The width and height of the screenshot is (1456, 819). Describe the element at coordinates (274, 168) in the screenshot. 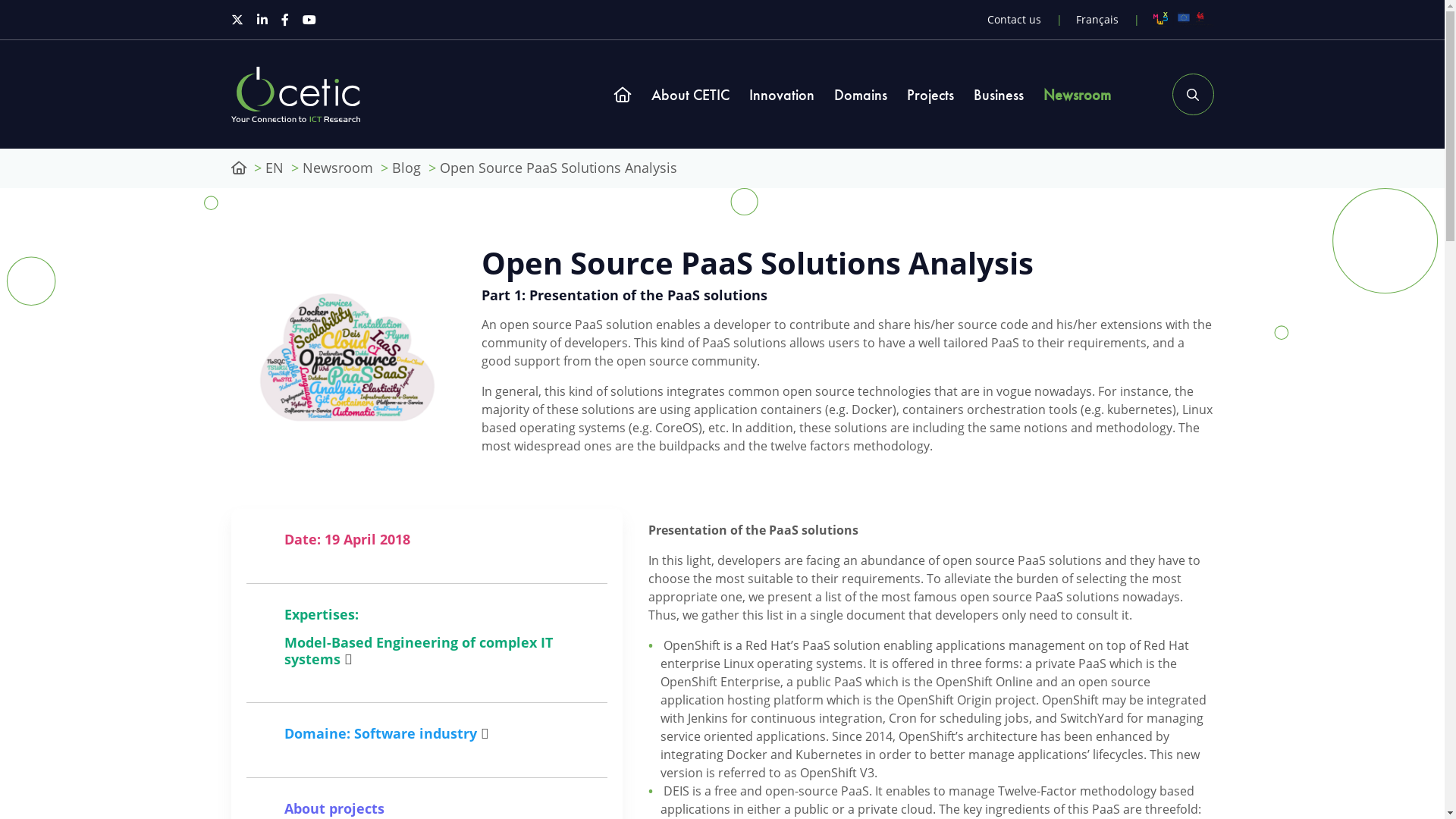

I see `'EN'` at that location.